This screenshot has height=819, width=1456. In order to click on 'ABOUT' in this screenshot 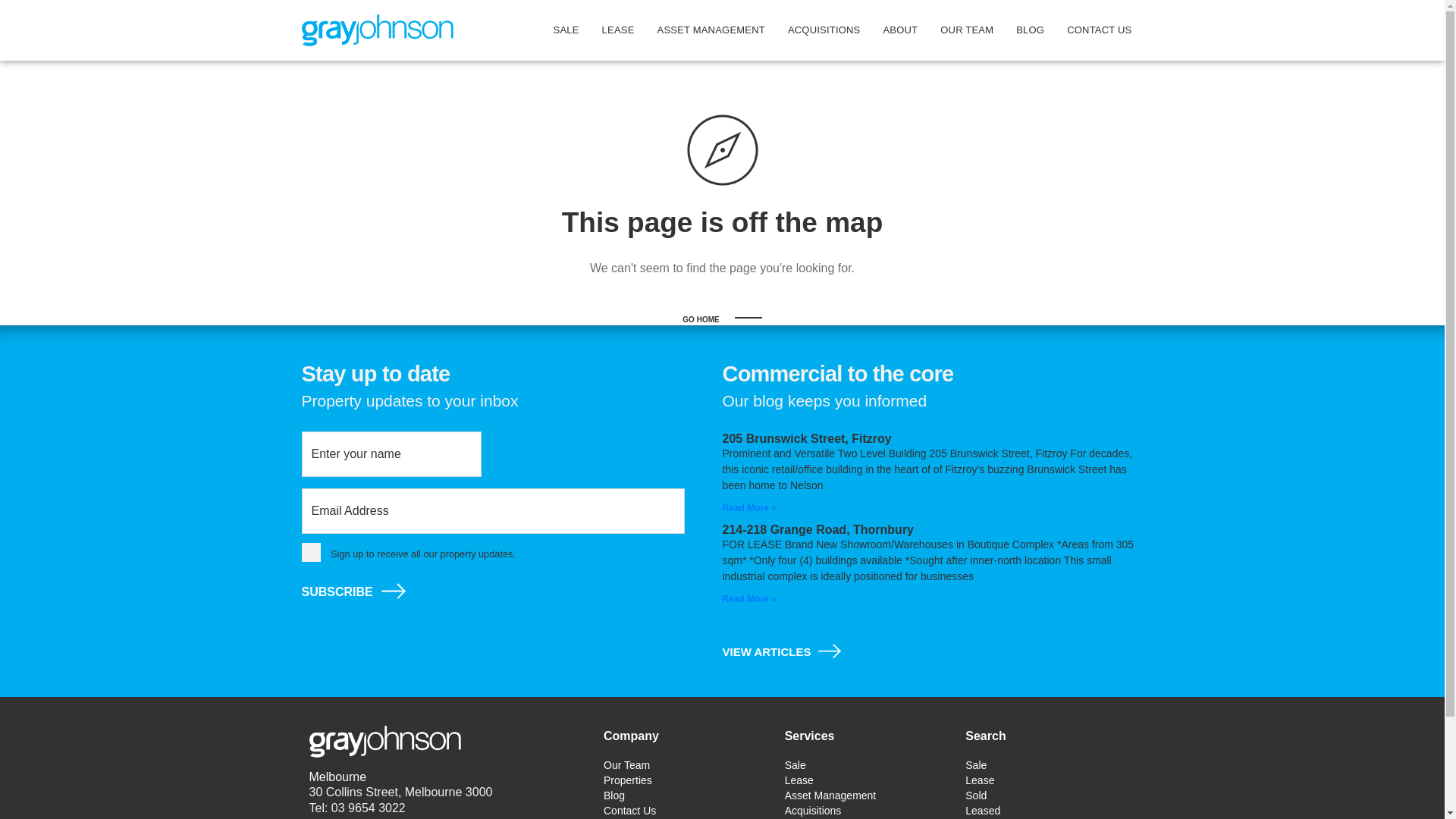, I will do `click(899, 30)`.